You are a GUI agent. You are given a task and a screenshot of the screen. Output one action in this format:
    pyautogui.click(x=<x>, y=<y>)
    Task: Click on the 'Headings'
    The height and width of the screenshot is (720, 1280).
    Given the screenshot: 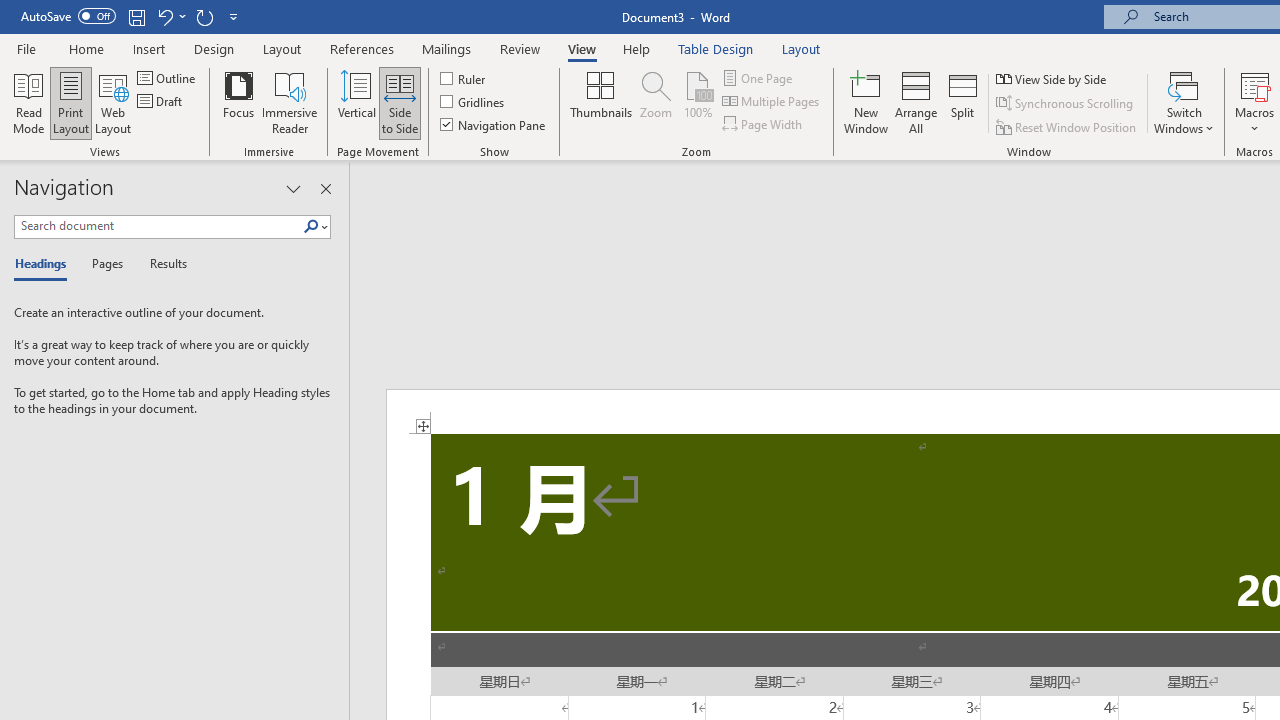 What is the action you would take?
    pyautogui.click(x=45, y=264)
    